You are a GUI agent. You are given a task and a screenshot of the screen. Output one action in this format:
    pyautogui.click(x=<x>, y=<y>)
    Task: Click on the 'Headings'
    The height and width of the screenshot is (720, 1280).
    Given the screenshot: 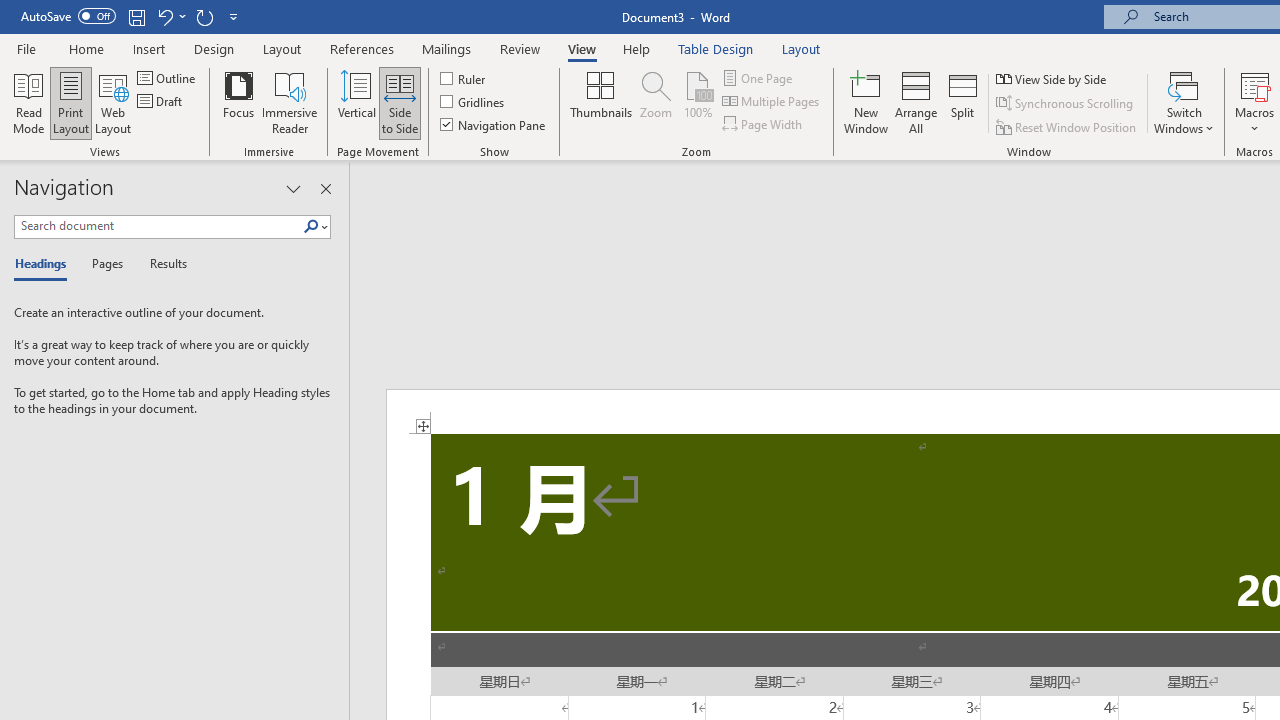 What is the action you would take?
    pyautogui.click(x=45, y=264)
    